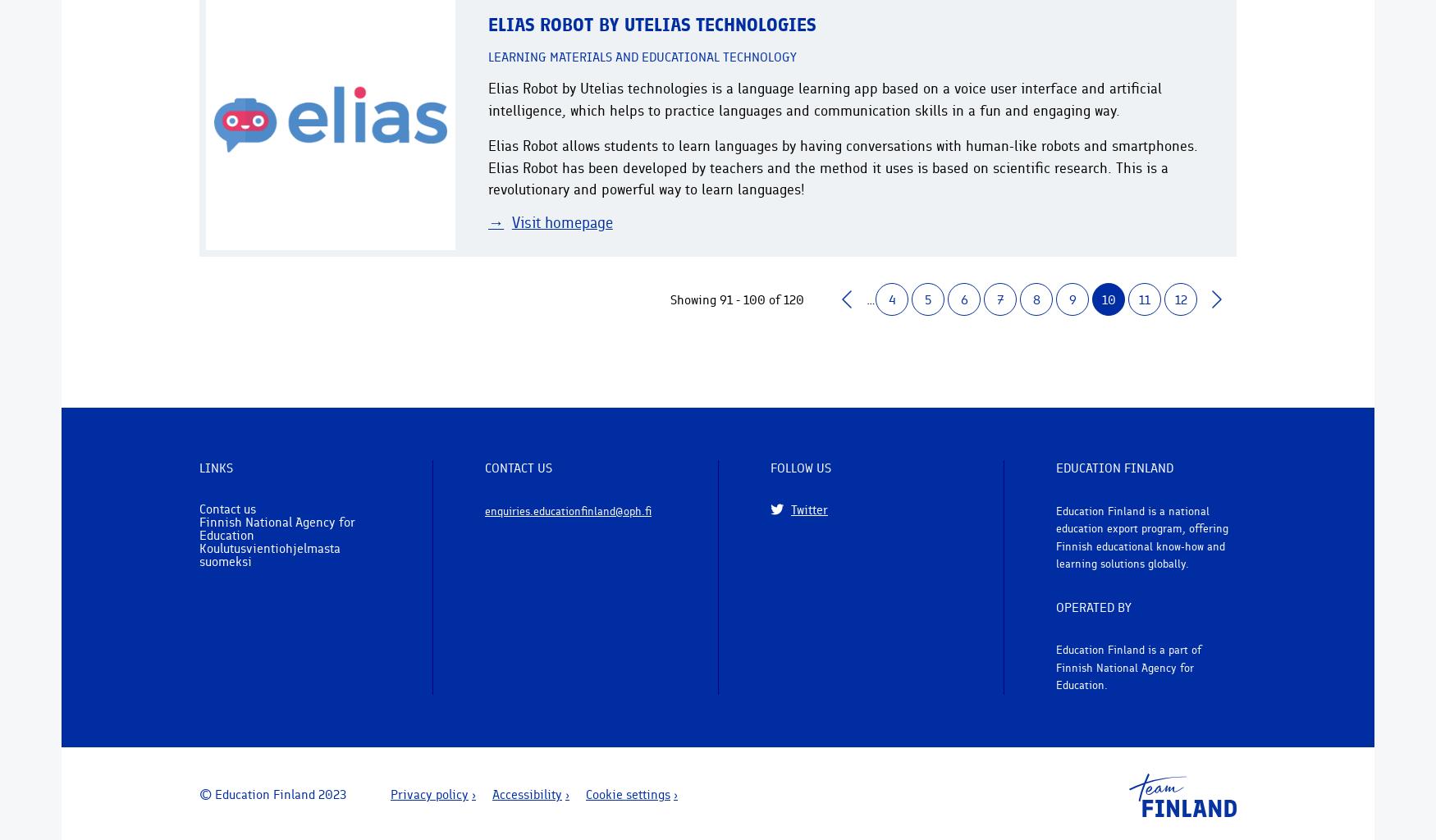 The height and width of the screenshot is (840, 1436). What do you see at coordinates (428, 794) in the screenshot?
I see `'Privacy policy'` at bounding box center [428, 794].